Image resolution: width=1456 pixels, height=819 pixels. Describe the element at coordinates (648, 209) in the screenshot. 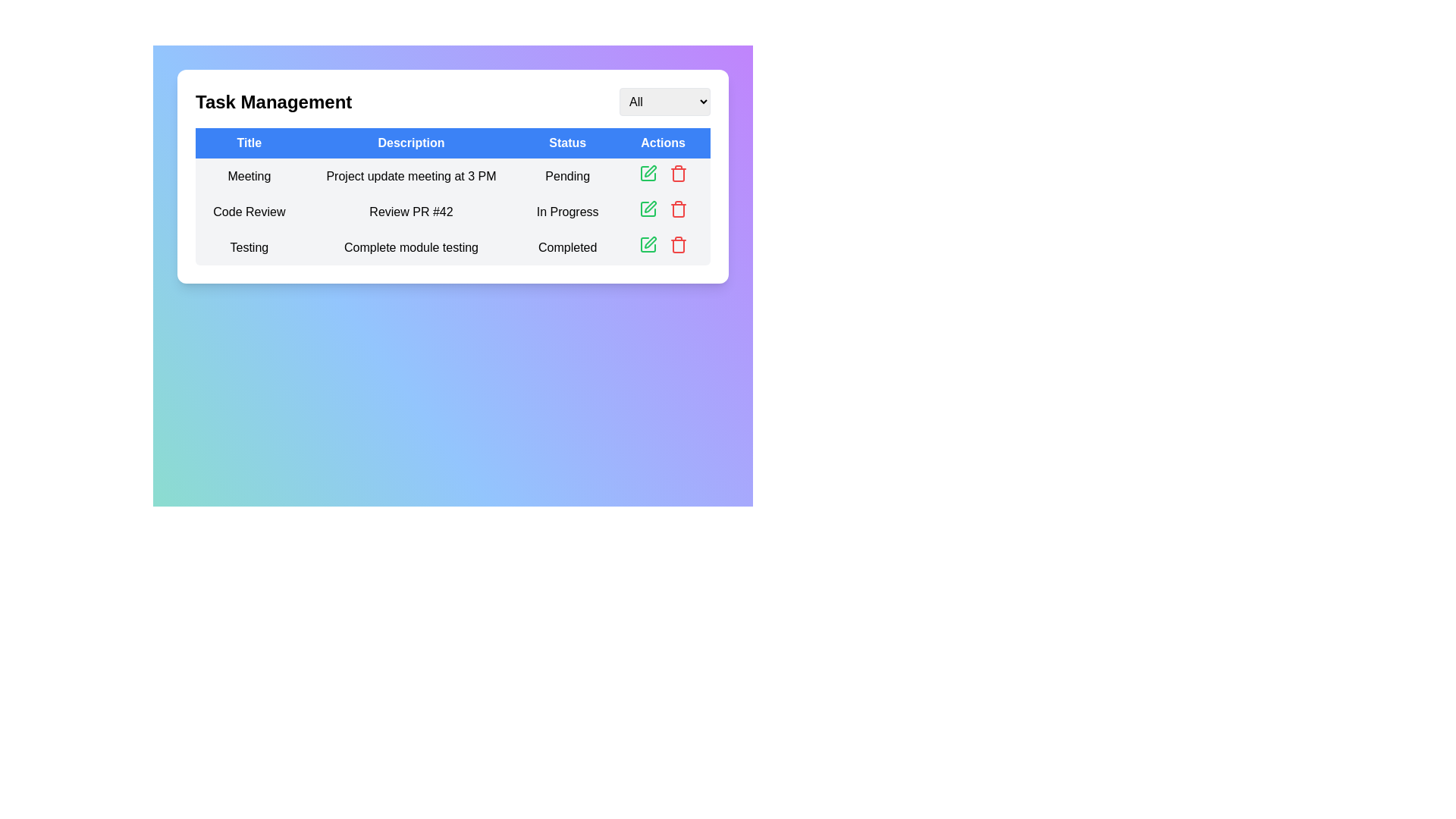

I see `the green stroke square outline icon in the Actions column of the task management table to initiate an edit action for the task labeled 'Code Review'` at that location.